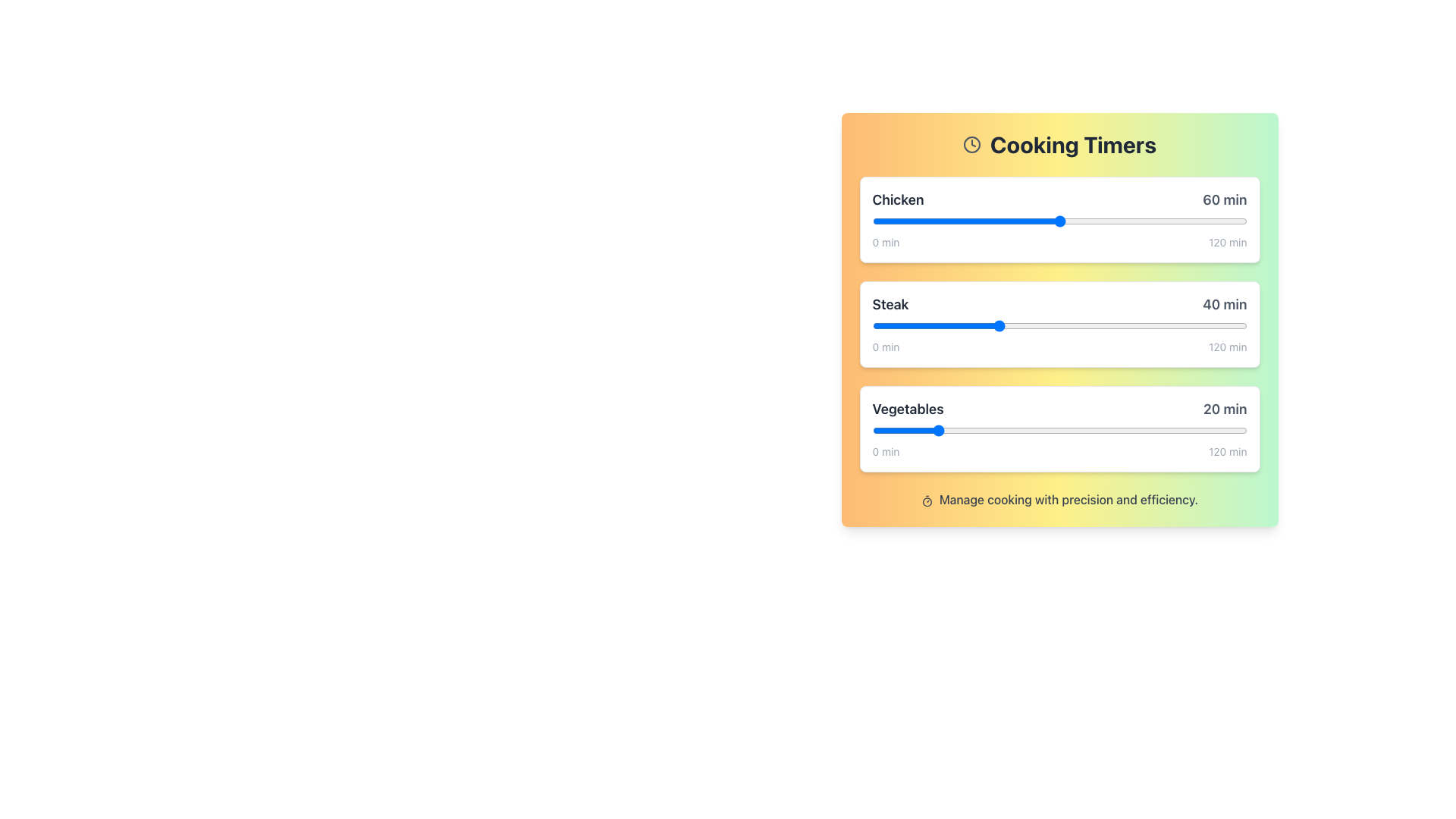 Image resolution: width=1456 pixels, height=819 pixels. I want to click on the cooking timer value, so click(937, 221).